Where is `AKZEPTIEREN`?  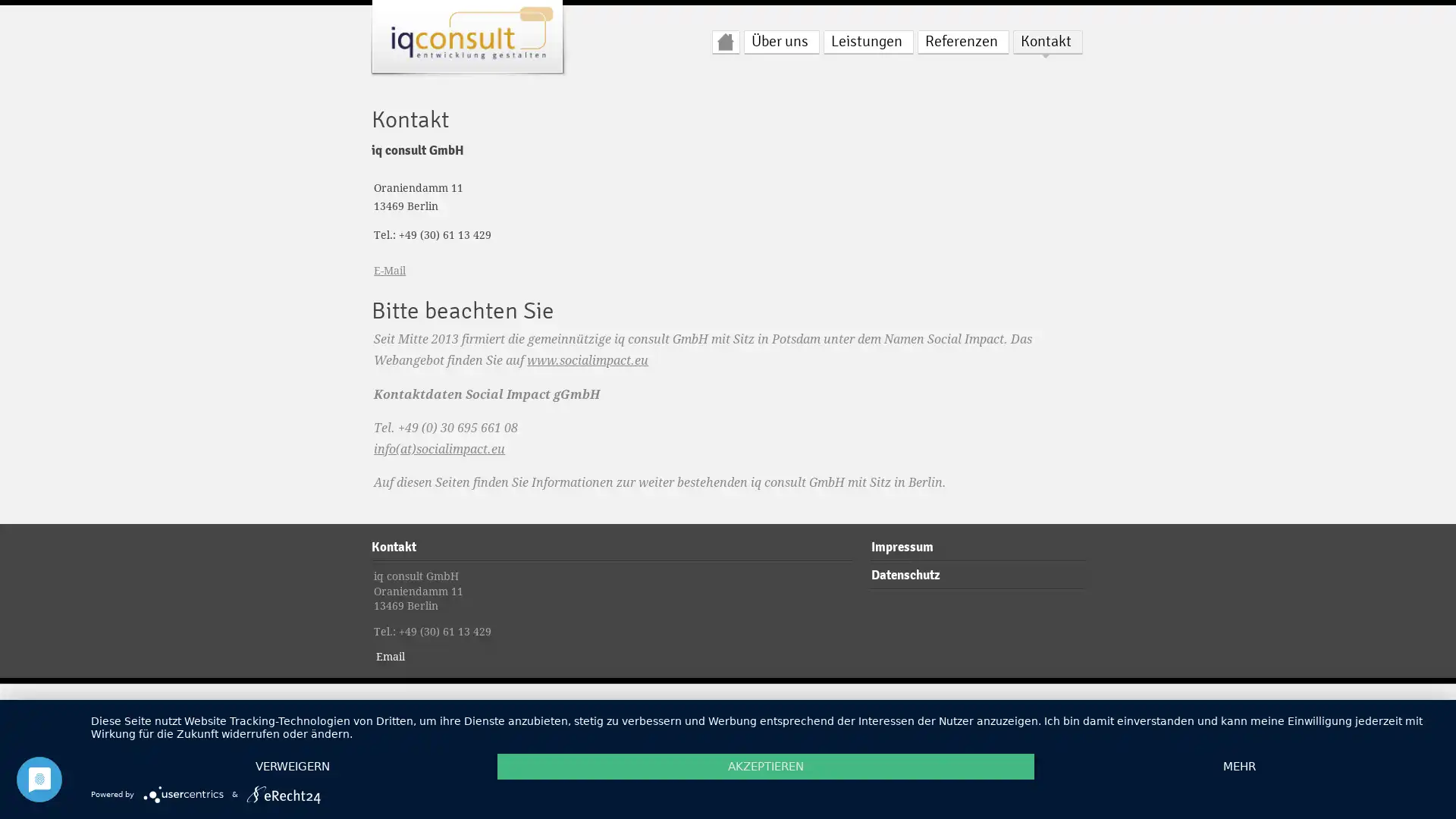 AKZEPTIEREN is located at coordinates (765, 766).